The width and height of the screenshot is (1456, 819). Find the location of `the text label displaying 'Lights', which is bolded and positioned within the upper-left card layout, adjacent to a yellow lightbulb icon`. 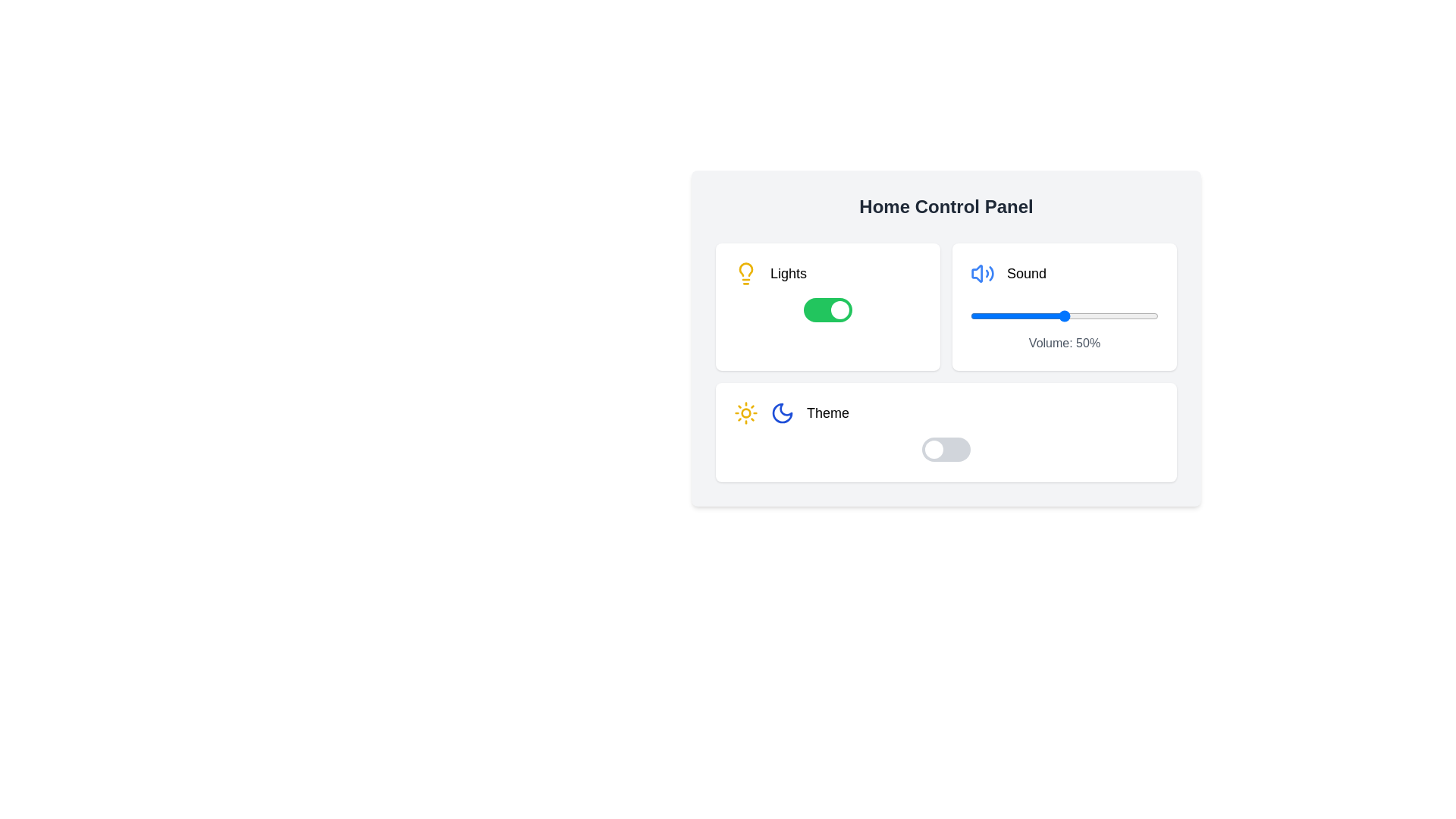

the text label displaying 'Lights', which is bolded and positioned within the upper-left card layout, adjacent to a yellow lightbulb icon is located at coordinates (789, 274).